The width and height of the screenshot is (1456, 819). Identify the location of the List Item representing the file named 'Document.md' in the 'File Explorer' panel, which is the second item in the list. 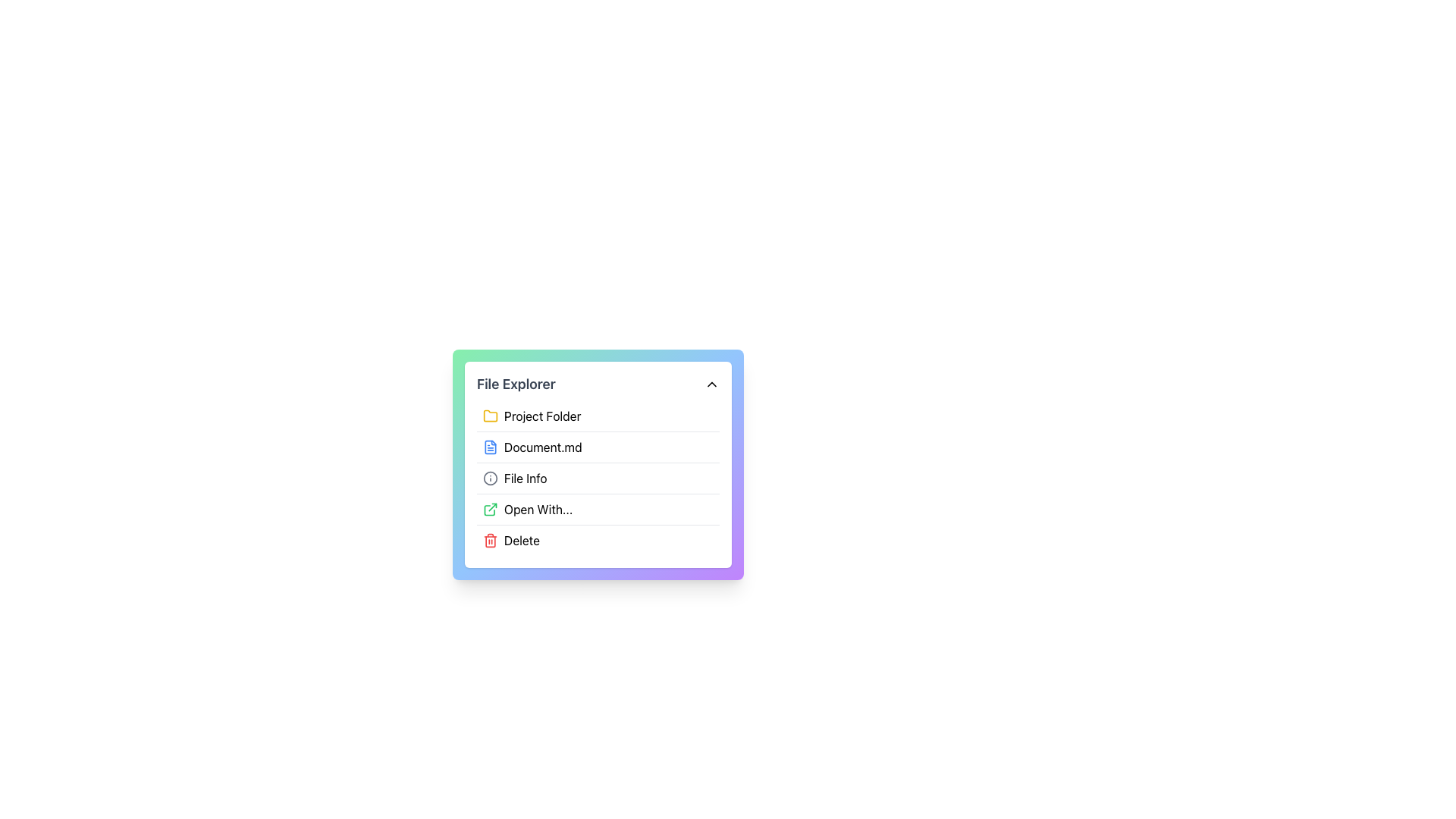
(597, 446).